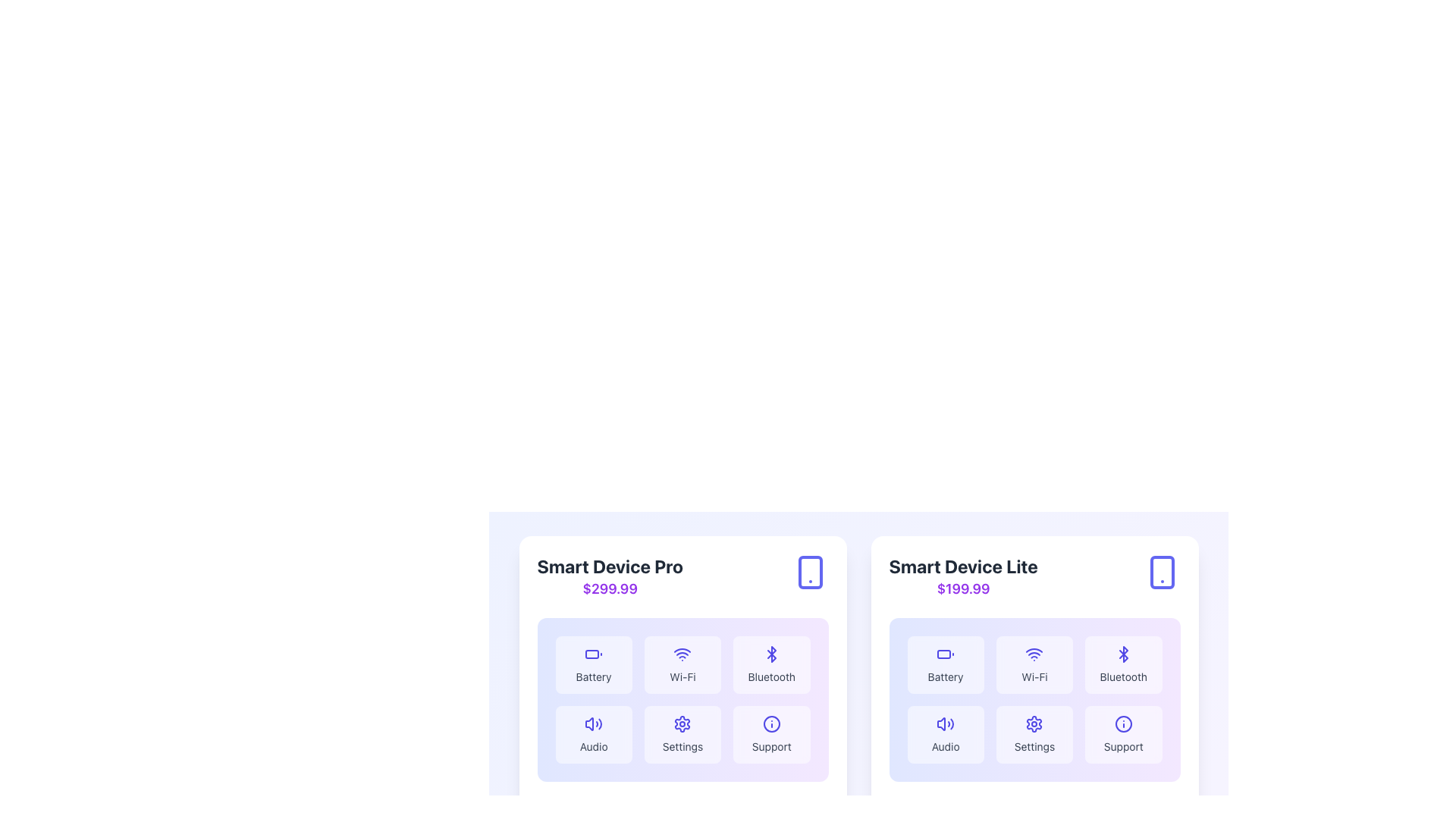 The width and height of the screenshot is (1456, 819). I want to click on the 'Support' button, which is the sixth button in a group of six, featuring a blue circular 'i' icon and gray text, located in the bottom-right corner of the 'Smart Device Lite' panel, so click(1123, 733).